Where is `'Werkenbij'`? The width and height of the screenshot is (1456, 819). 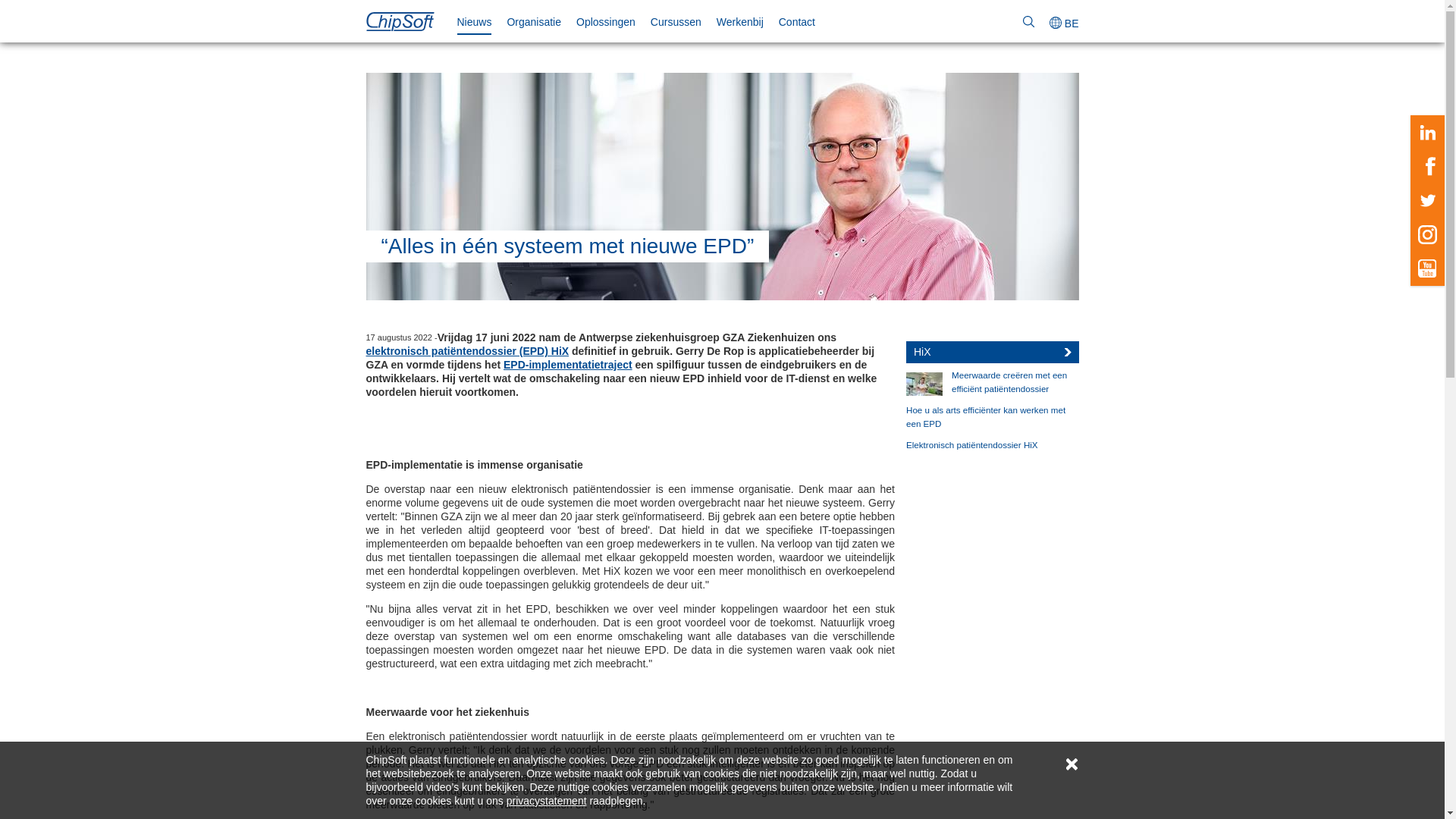
'Werkenbij' is located at coordinates (716, 22).